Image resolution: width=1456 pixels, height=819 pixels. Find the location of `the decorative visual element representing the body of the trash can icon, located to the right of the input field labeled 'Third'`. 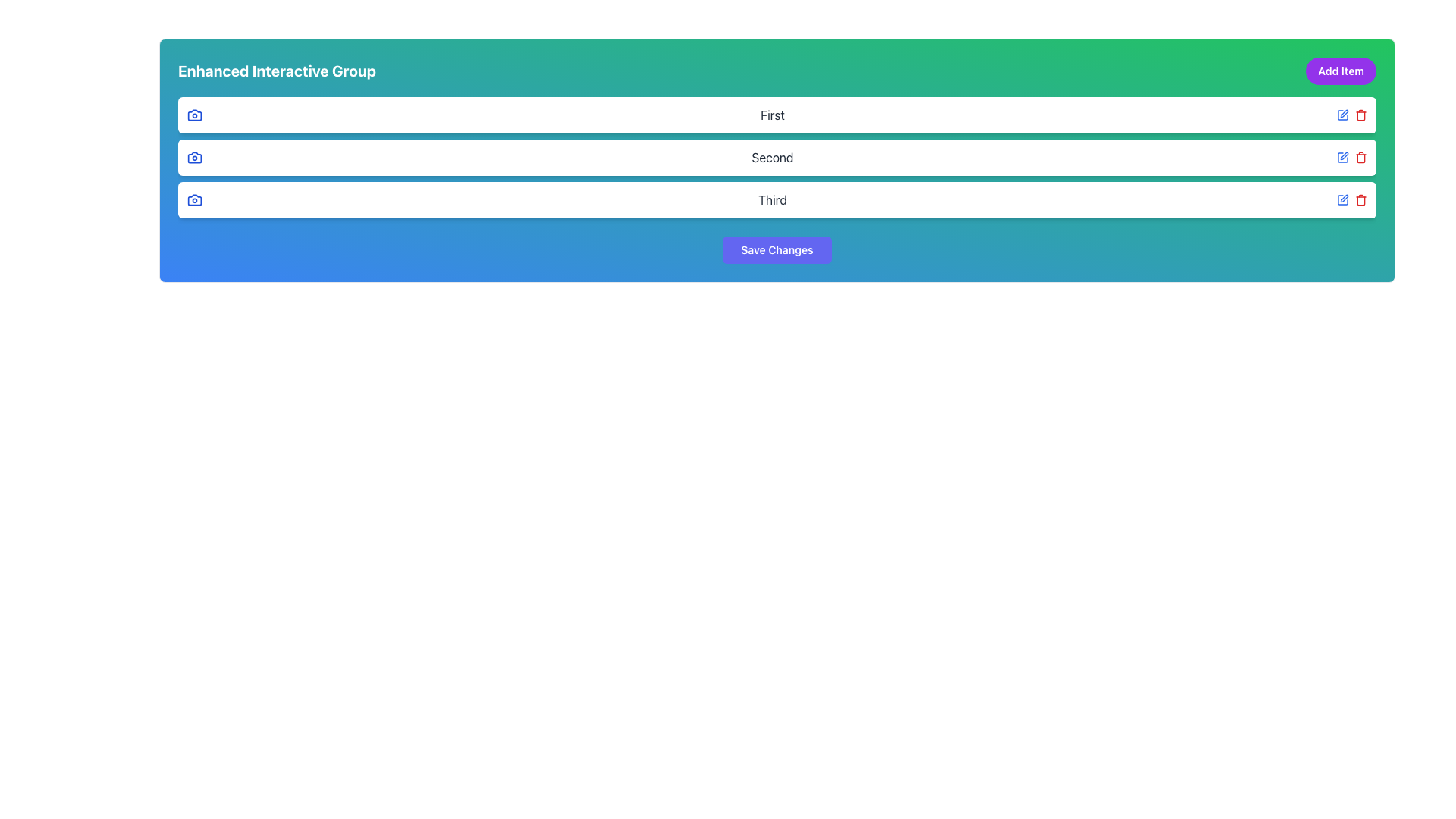

the decorative visual element representing the body of the trash can icon, located to the right of the input field labeled 'Third' is located at coordinates (1361, 115).